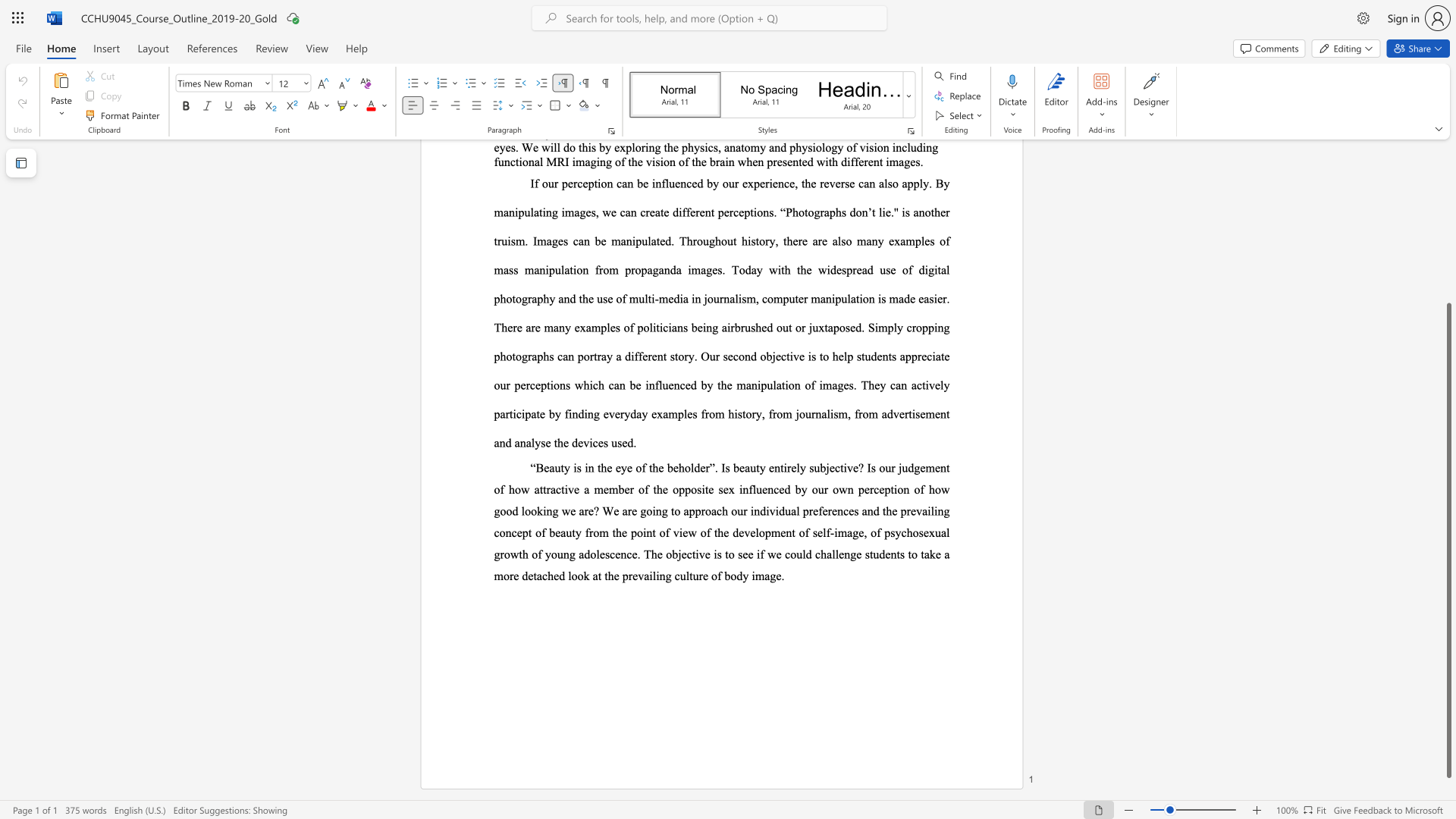 This screenshot has height=819, width=1456. I want to click on the scrollbar and move up 180 pixels, so click(1448, 540).